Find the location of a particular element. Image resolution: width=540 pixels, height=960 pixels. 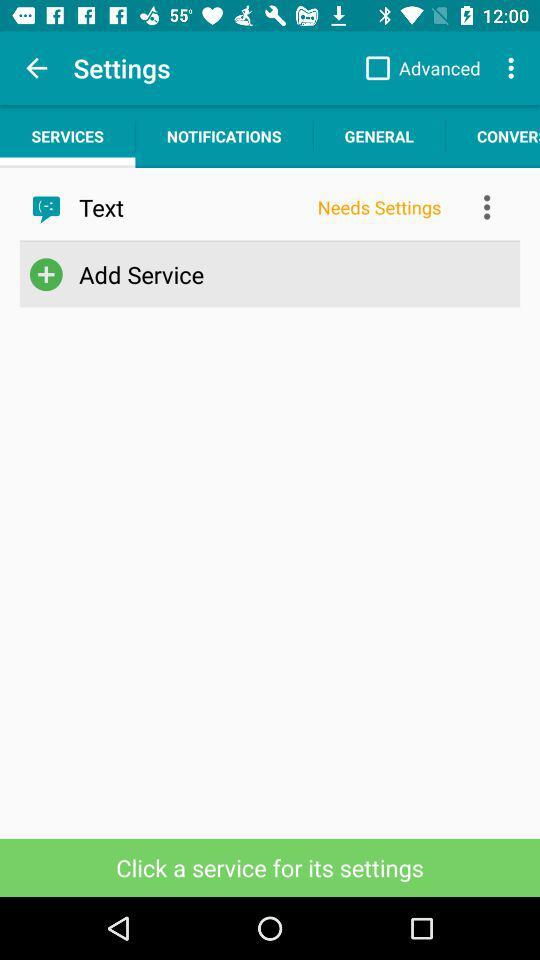

the text item is located at coordinates (191, 207).